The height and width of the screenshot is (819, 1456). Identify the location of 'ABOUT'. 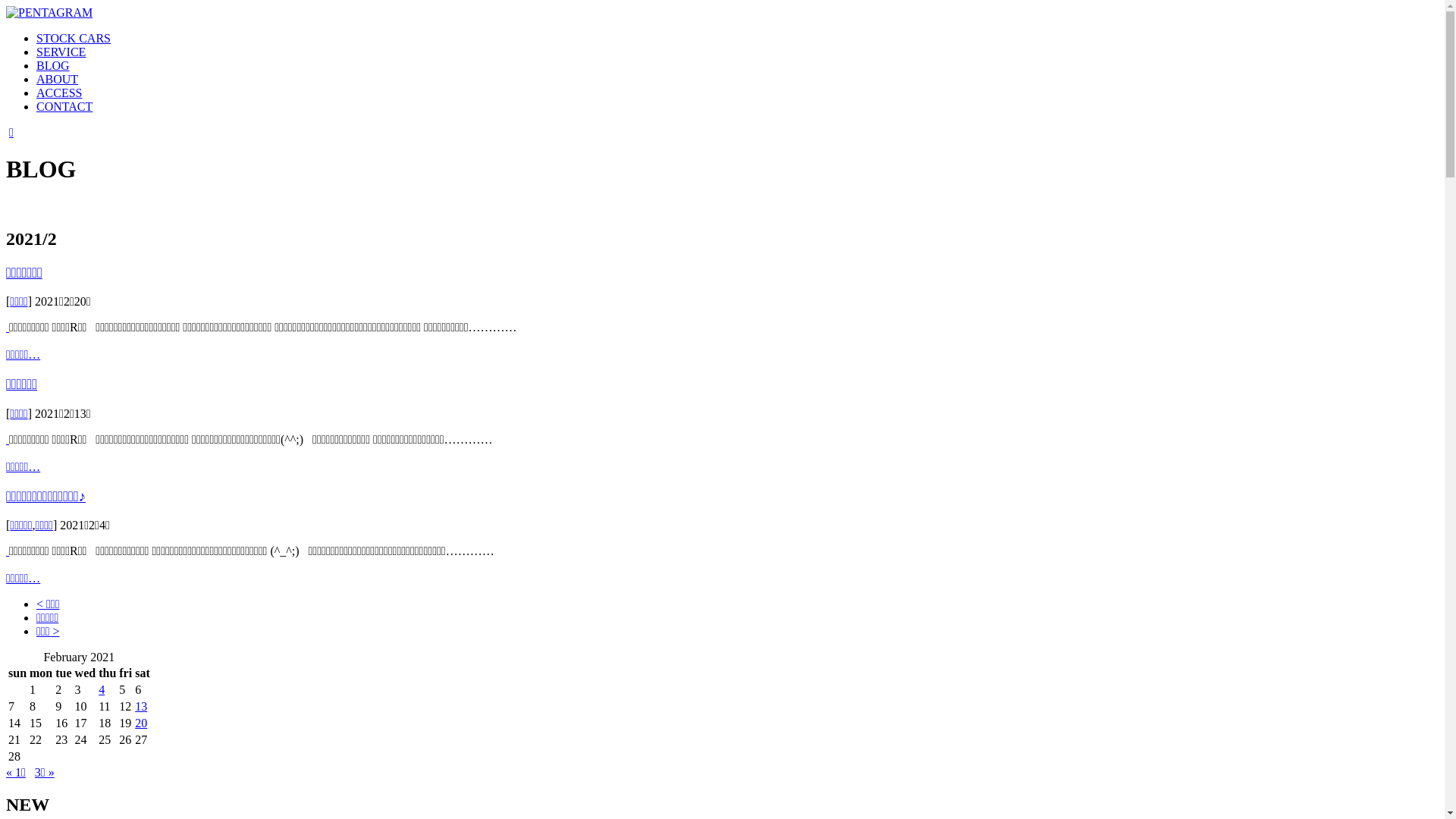
(57, 79).